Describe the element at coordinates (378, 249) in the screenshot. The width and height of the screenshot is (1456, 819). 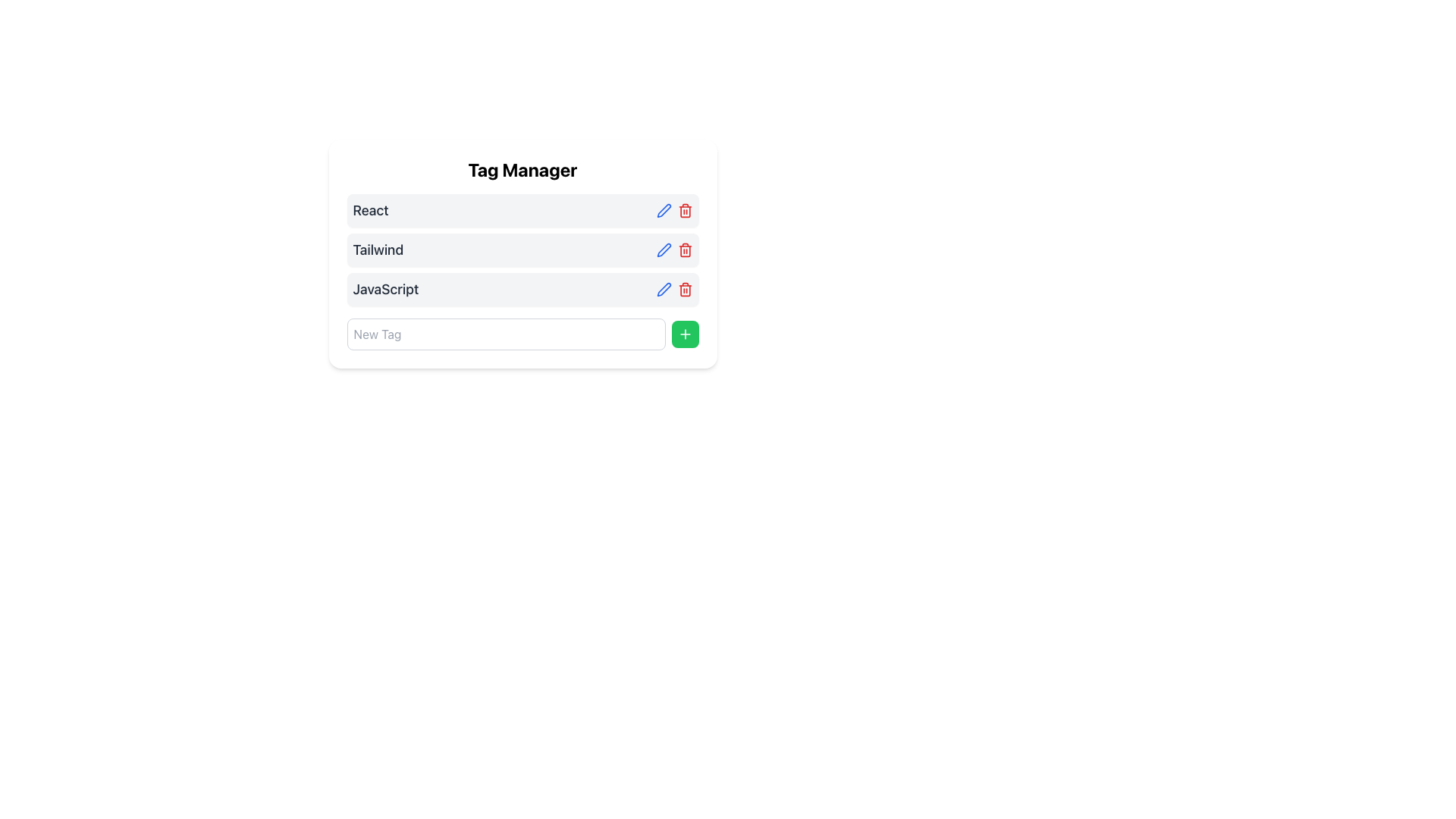
I see `the text label displaying 'Tailwind' which is located within the 'Tag Manager' panel, positioned below the 'React' label and above 'JavaScript'` at that location.